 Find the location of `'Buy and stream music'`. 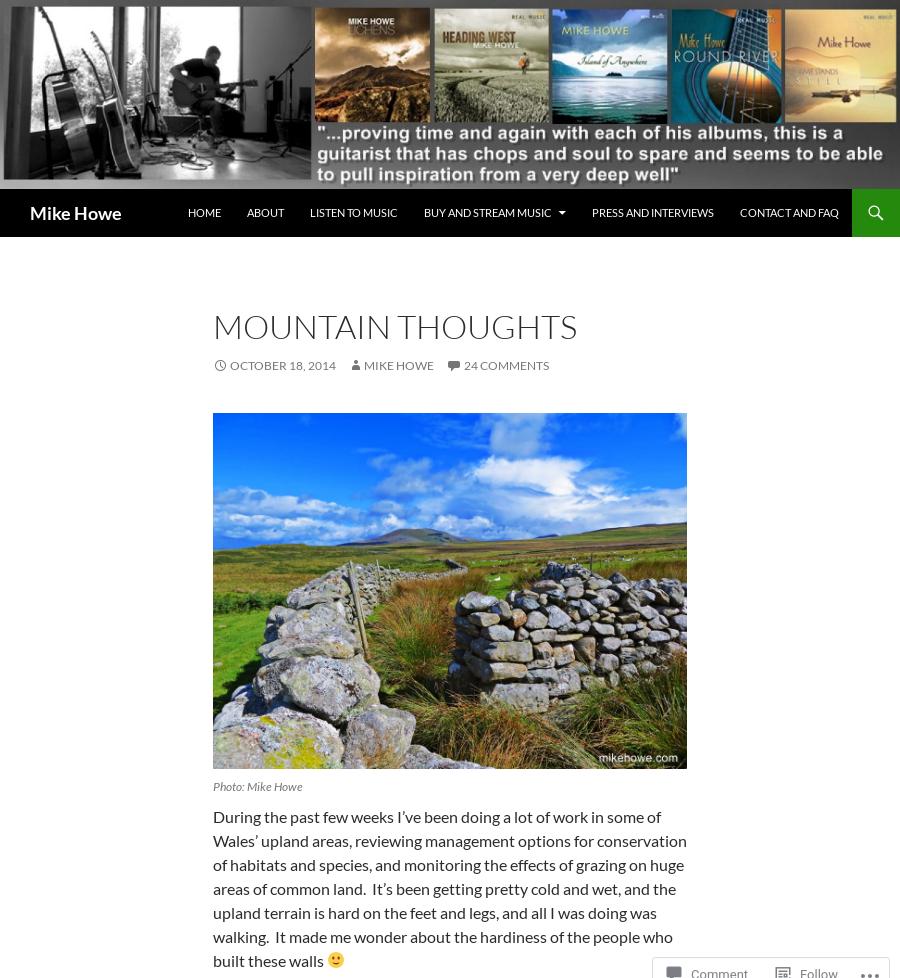

'Buy and stream music' is located at coordinates (486, 212).